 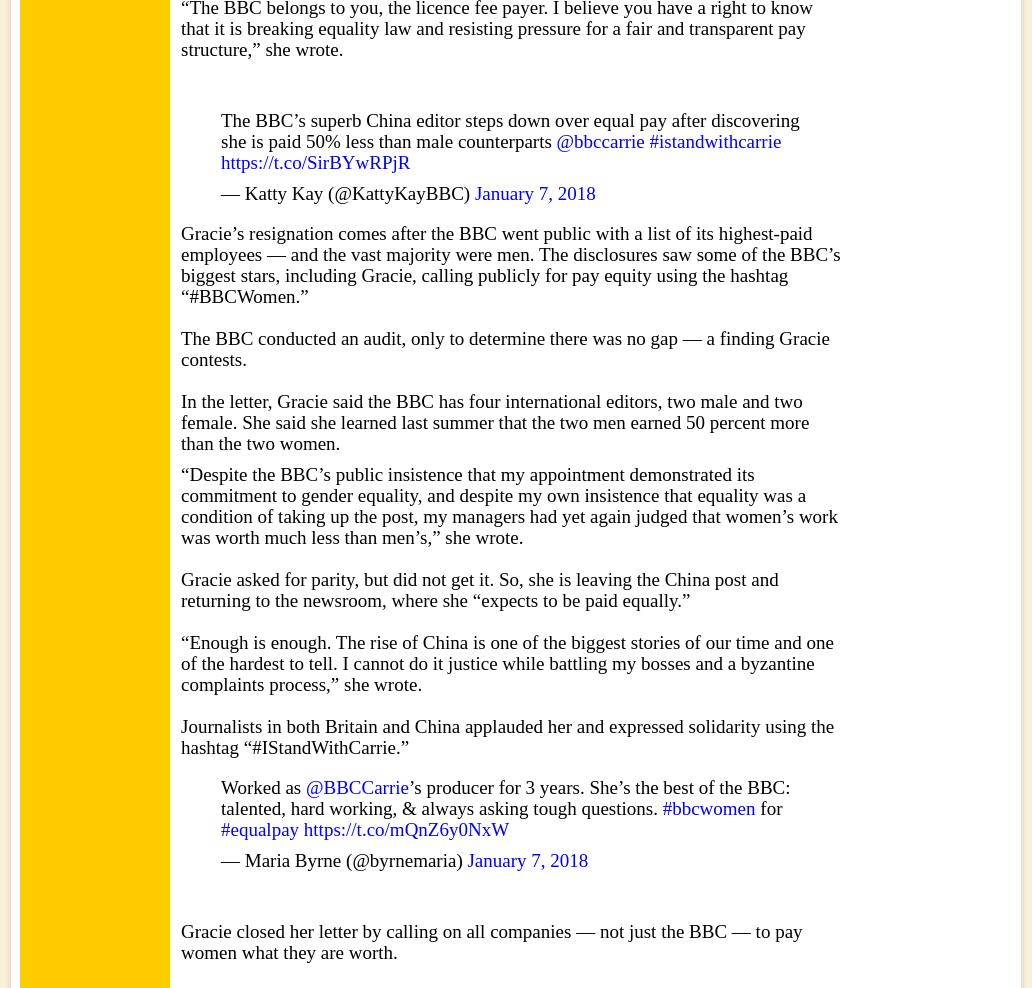 What do you see at coordinates (507, 504) in the screenshot?
I see `'“Despite the BBC’s public insistence that my appointment demonstrated its commitment to gender equality, and despite my own insistence that equality was a condition of taking up the post, my managers had yet again judged that women’s work was worth much less than men’s,” she wrote.'` at bounding box center [507, 504].